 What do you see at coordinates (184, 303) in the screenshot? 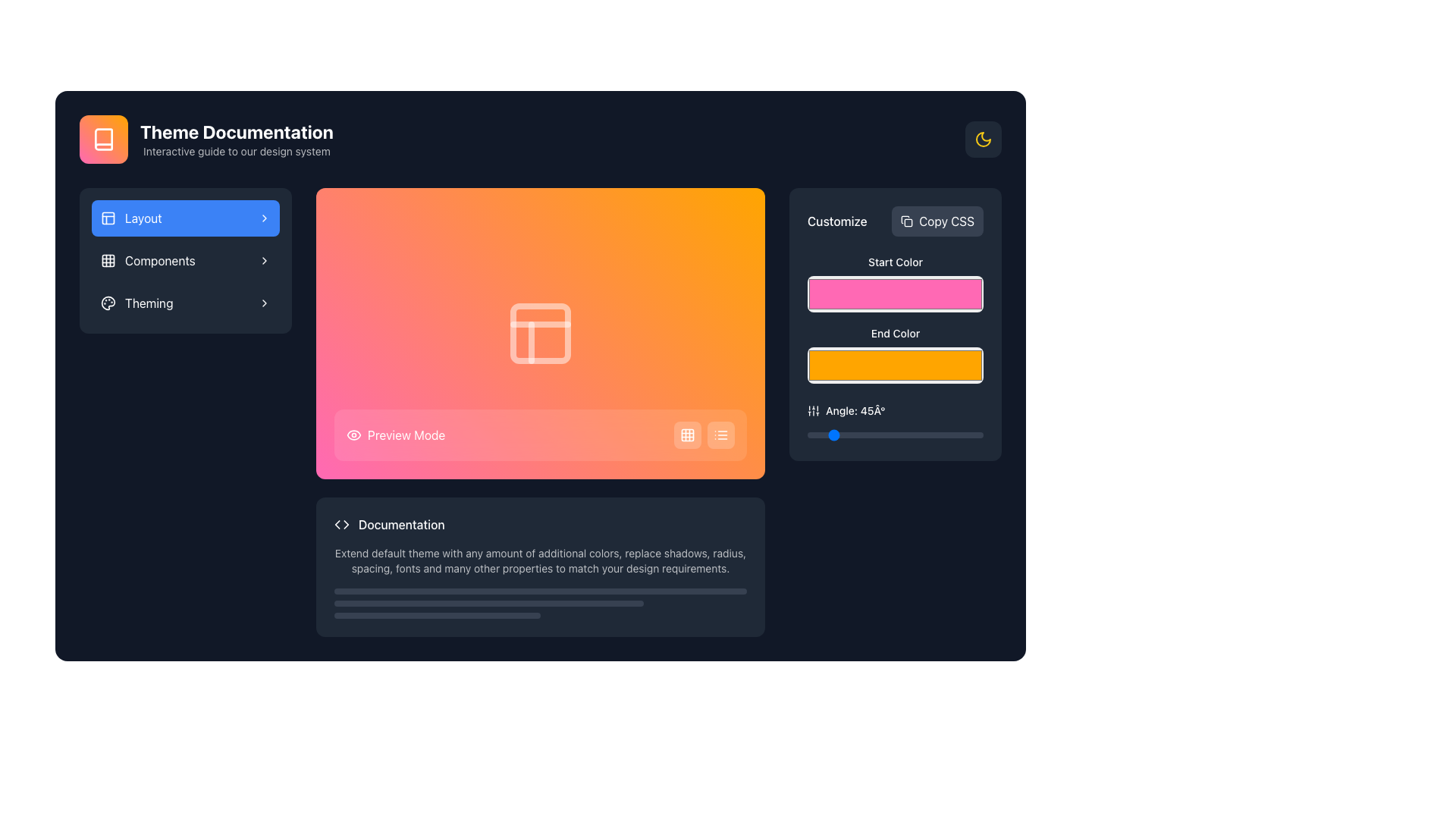
I see `the 'Theming' button located as the third item in the vertical navigation list on the left-hand side` at bounding box center [184, 303].